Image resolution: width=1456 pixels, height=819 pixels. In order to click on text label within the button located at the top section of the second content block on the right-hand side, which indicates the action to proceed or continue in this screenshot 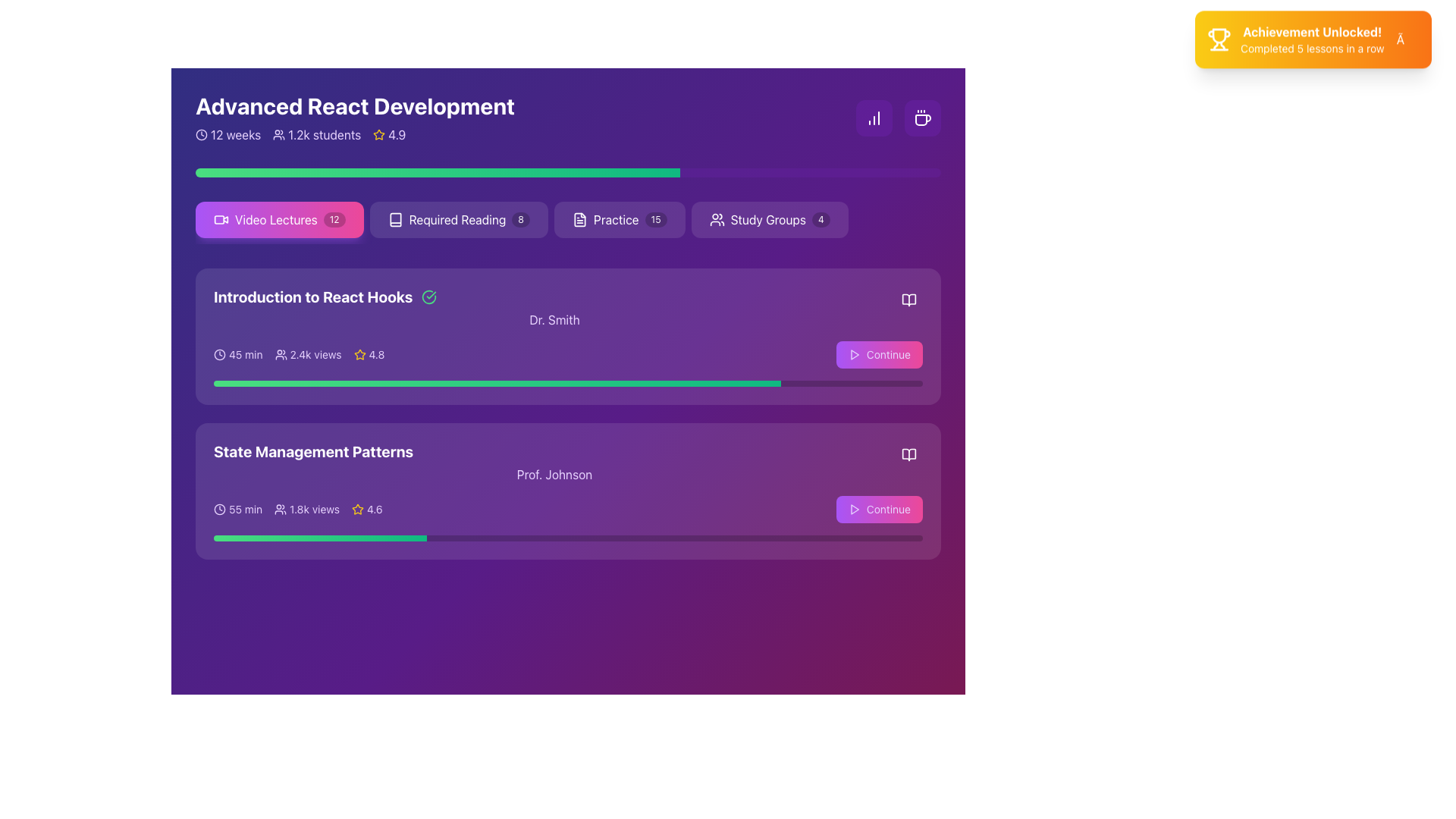, I will do `click(888, 354)`.